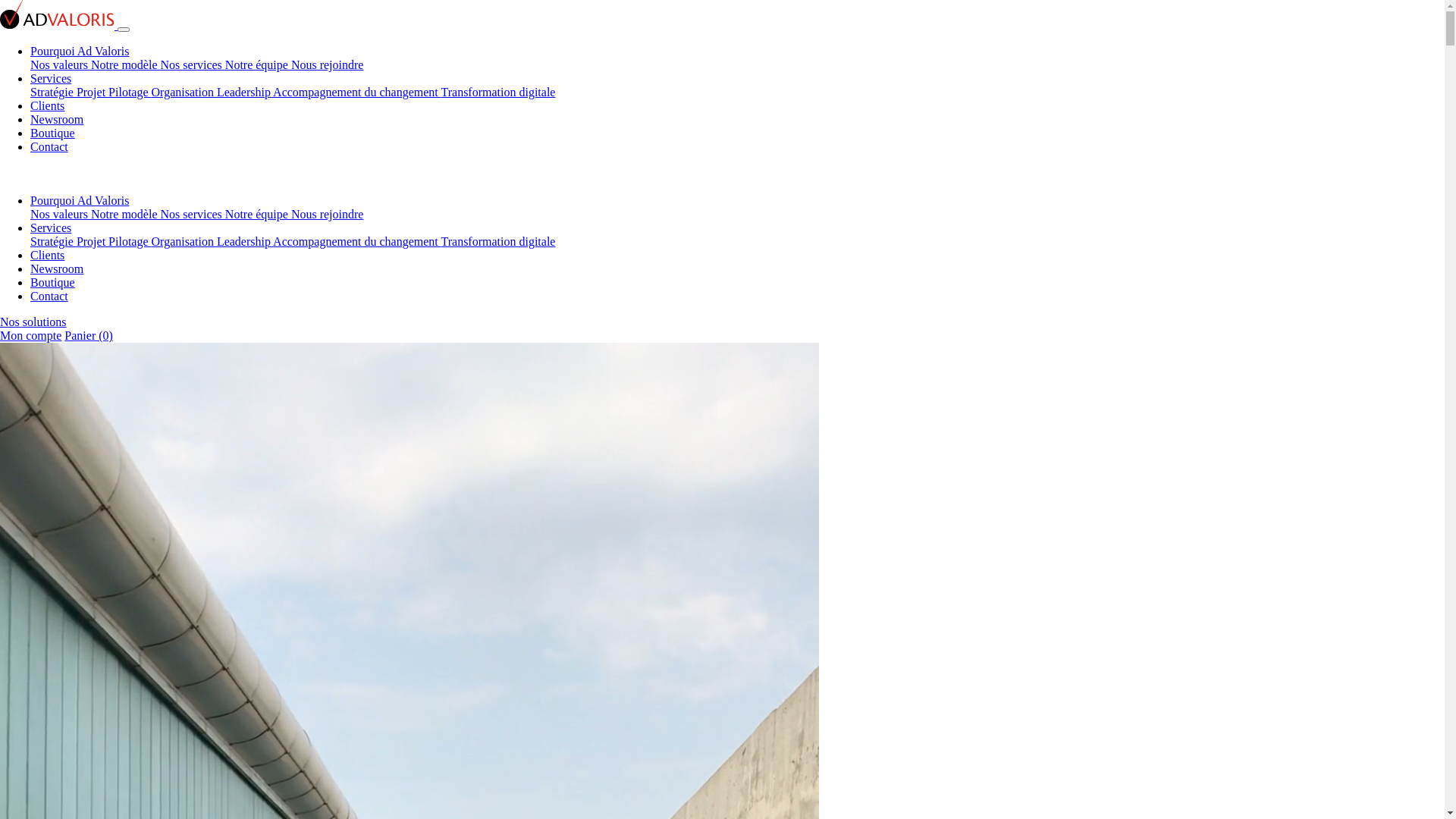  I want to click on 'Clients', so click(47, 254).